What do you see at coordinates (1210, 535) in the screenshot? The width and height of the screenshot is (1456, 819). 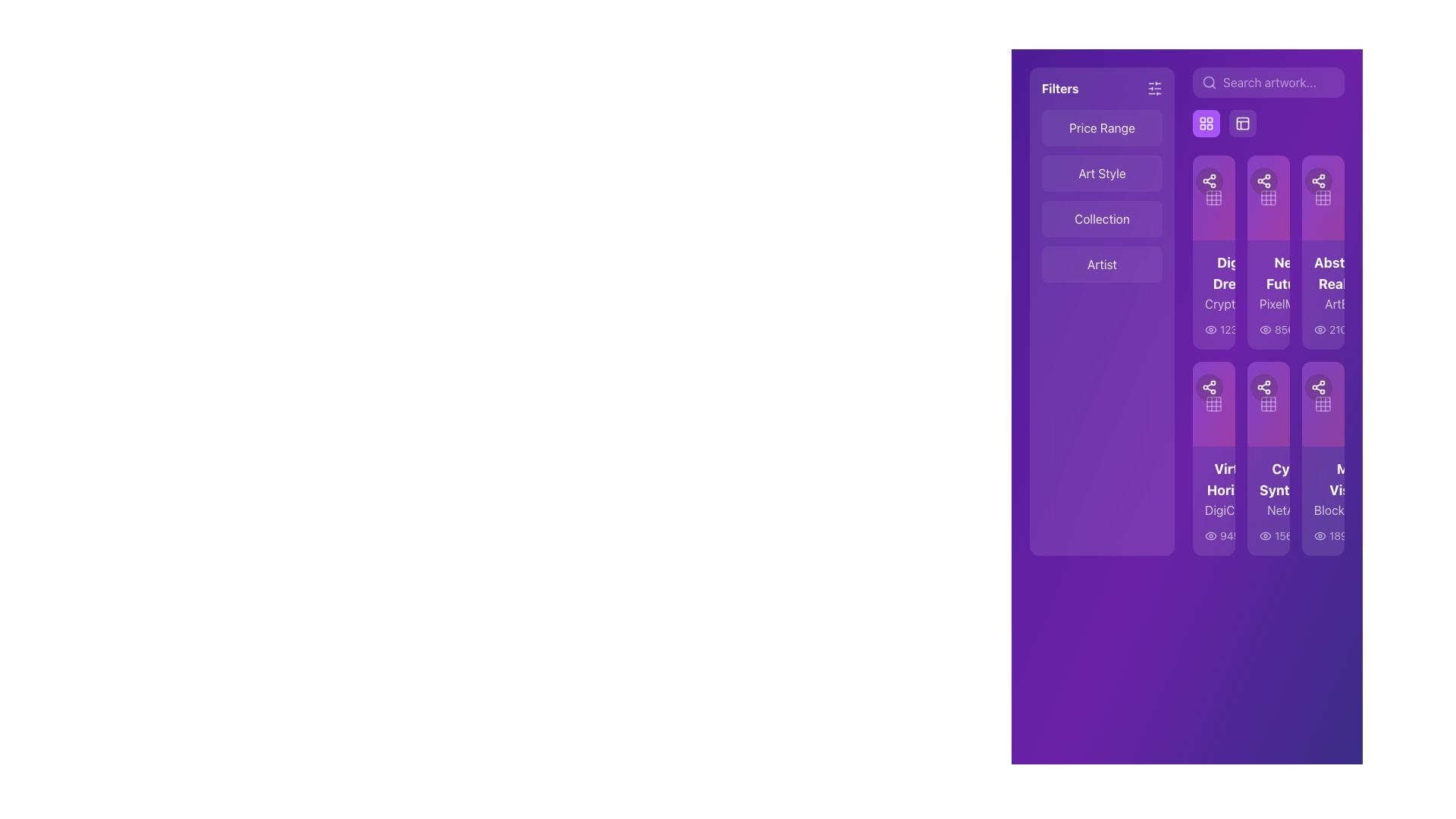 I see `the eye icon that symbolizes 'views' or 'visibility', positioned to the left of the numeric text '945' under the title 'Virtual Horizons'` at bounding box center [1210, 535].